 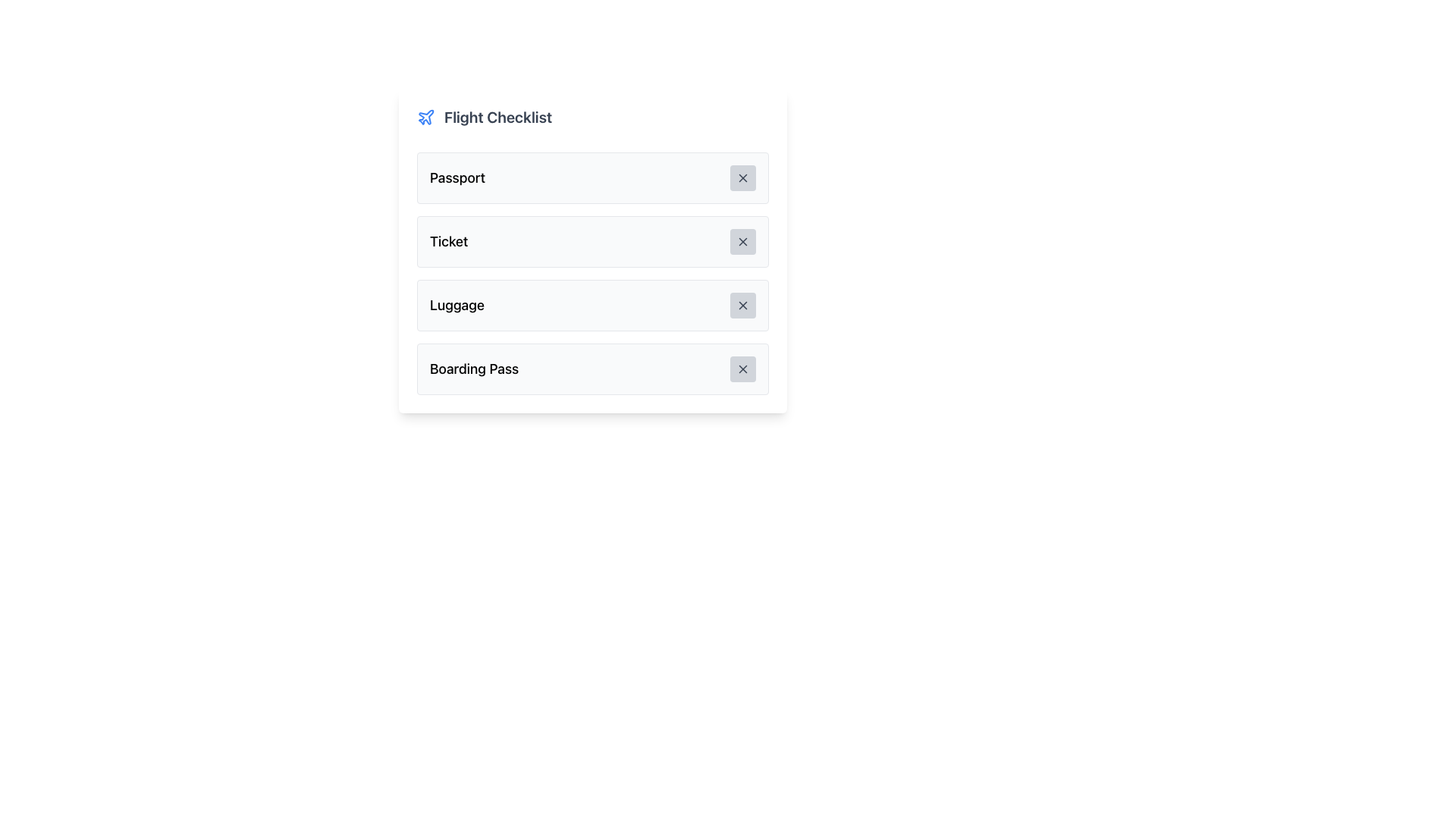 I want to click on the interactive button with a gray background and an 'X' icon located on the right side of the 'Ticket' box, so click(x=742, y=241).